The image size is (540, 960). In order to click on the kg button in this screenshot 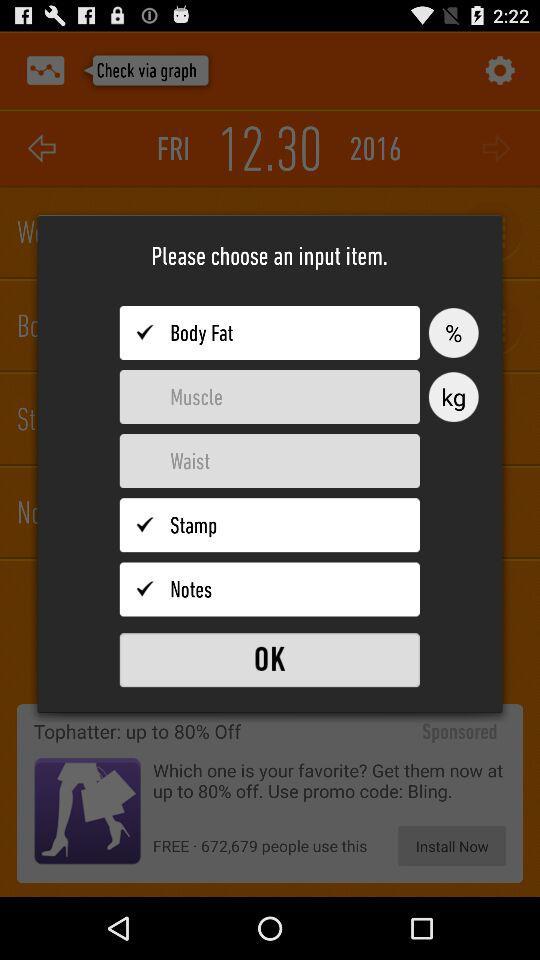, I will do `click(453, 396)`.